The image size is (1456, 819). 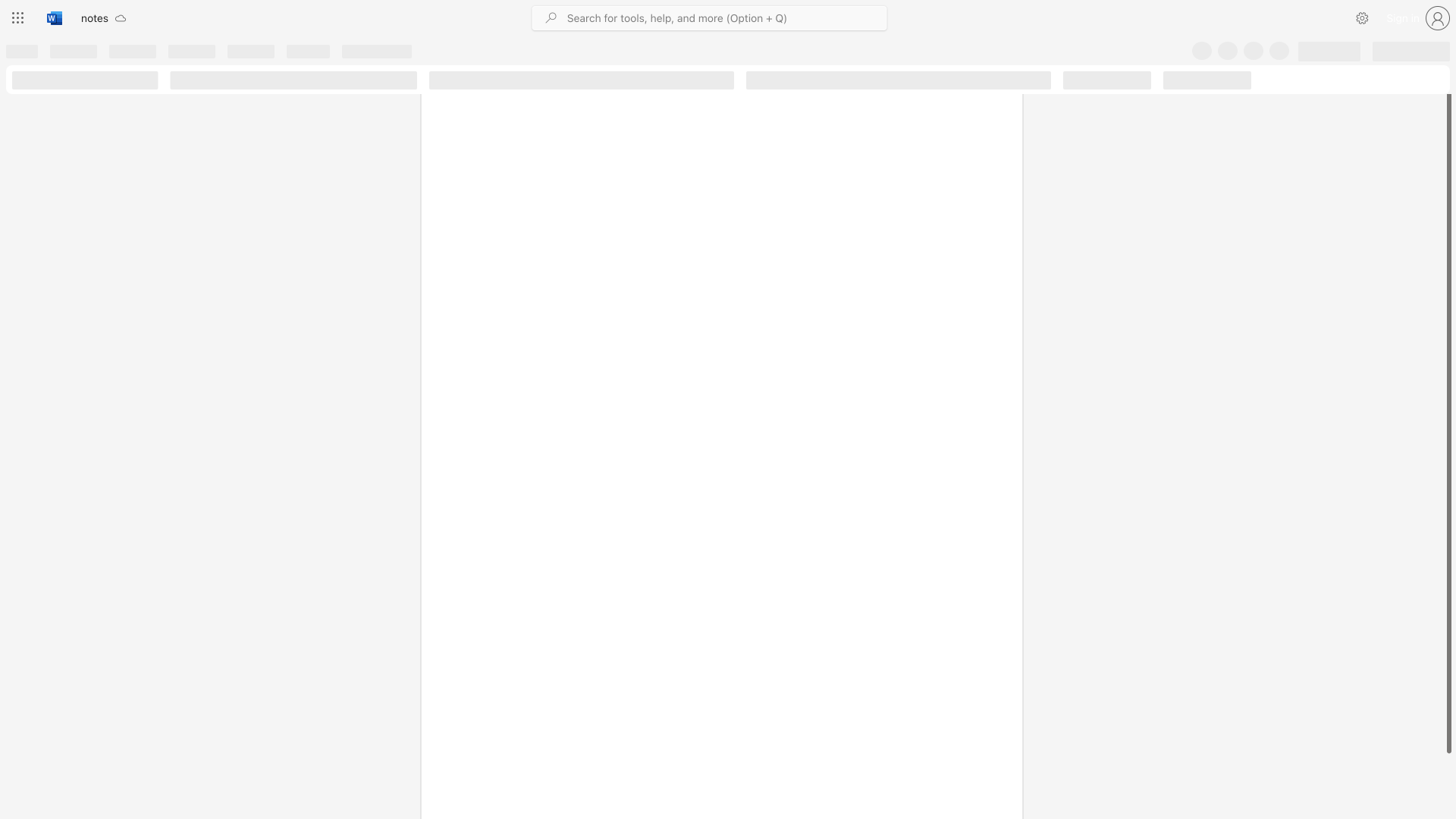 What do you see at coordinates (1448, 60) in the screenshot?
I see `the scrollbar on the right side to scroll the page up` at bounding box center [1448, 60].